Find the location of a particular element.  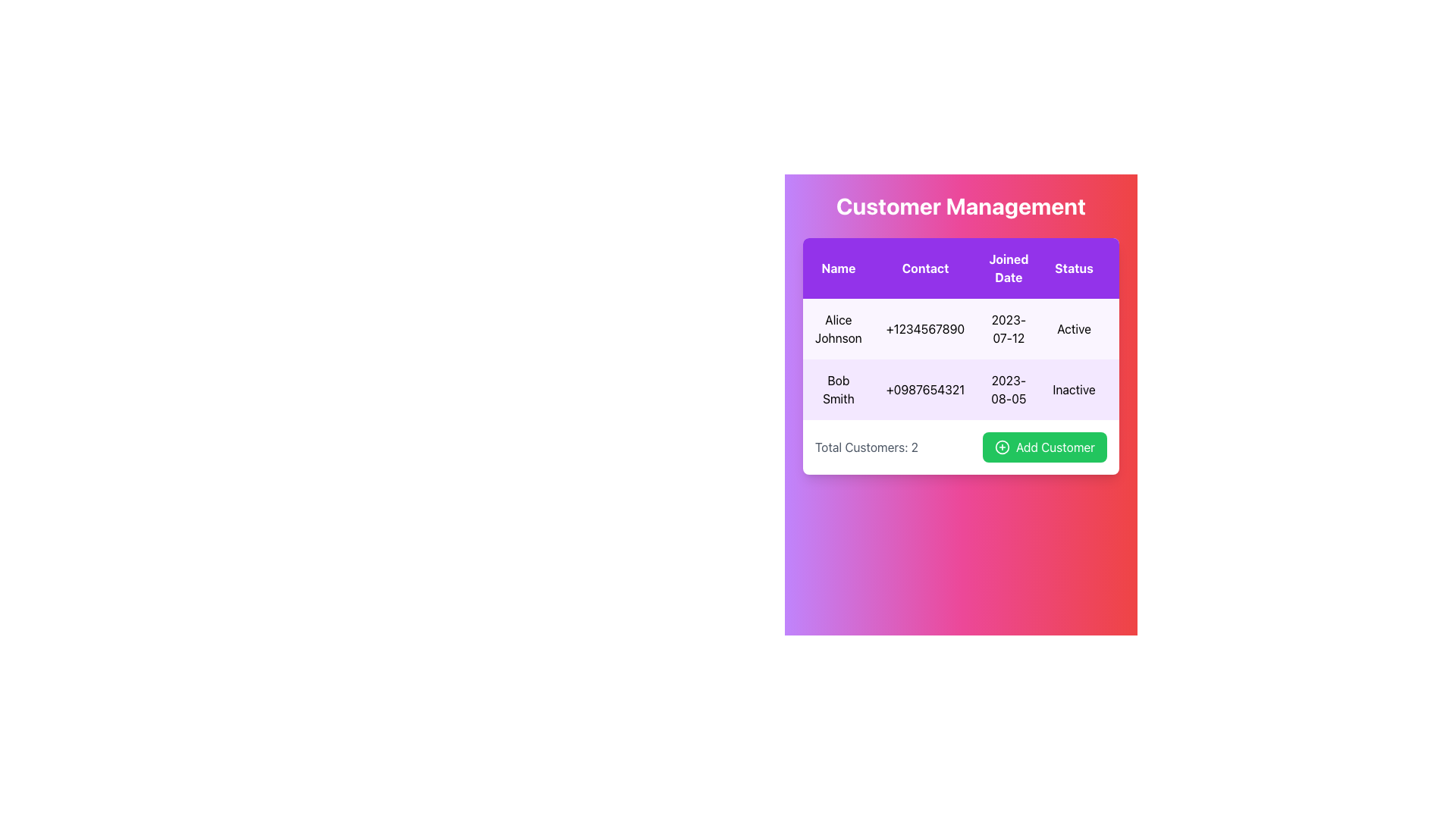

the second row of the customer management table, which displays the information of a customer following Alice Johnson is located at coordinates (1009, 388).